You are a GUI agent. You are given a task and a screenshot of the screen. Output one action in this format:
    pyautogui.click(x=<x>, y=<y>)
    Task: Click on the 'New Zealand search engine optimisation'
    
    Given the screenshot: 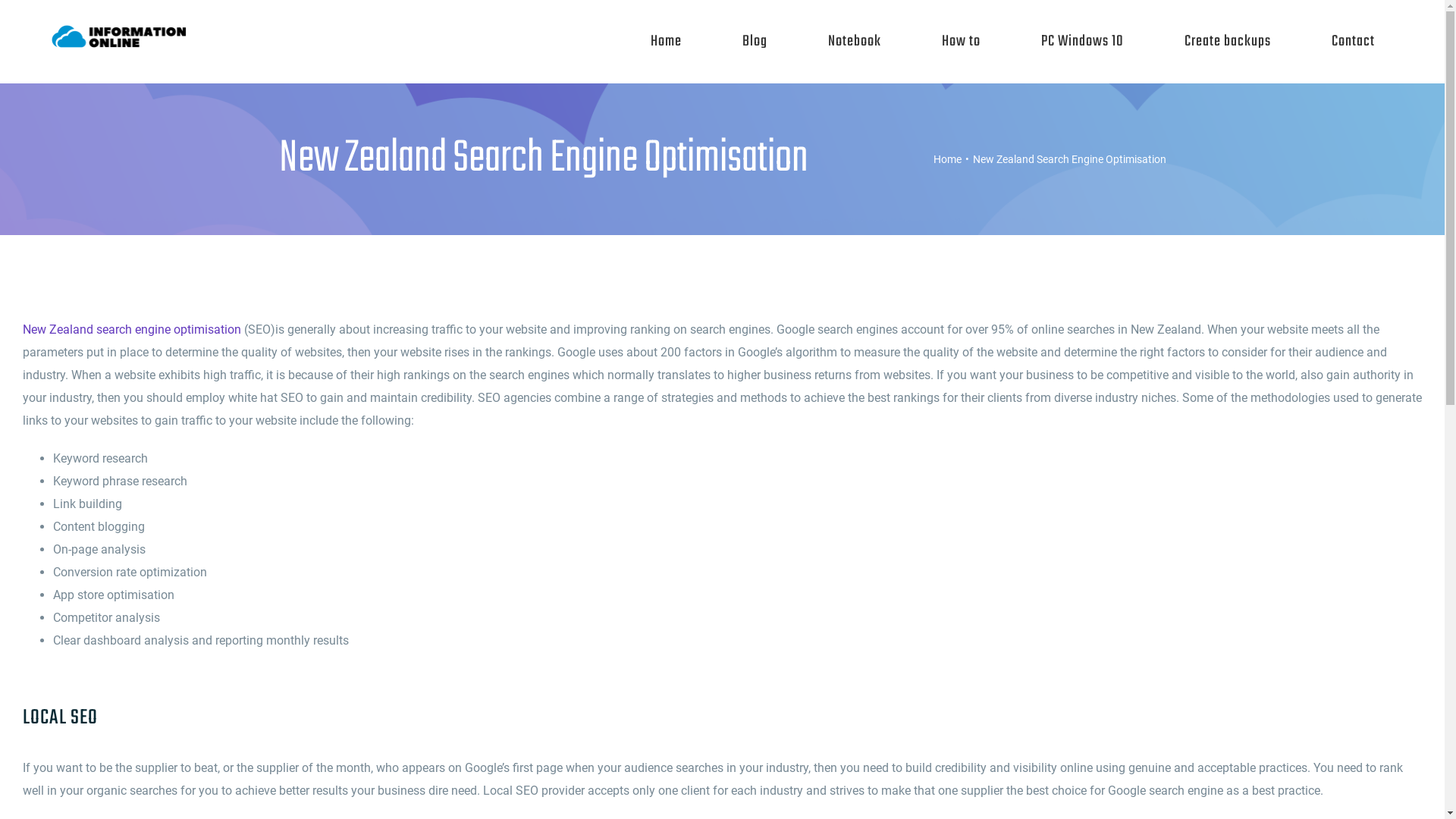 What is the action you would take?
    pyautogui.click(x=131, y=328)
    